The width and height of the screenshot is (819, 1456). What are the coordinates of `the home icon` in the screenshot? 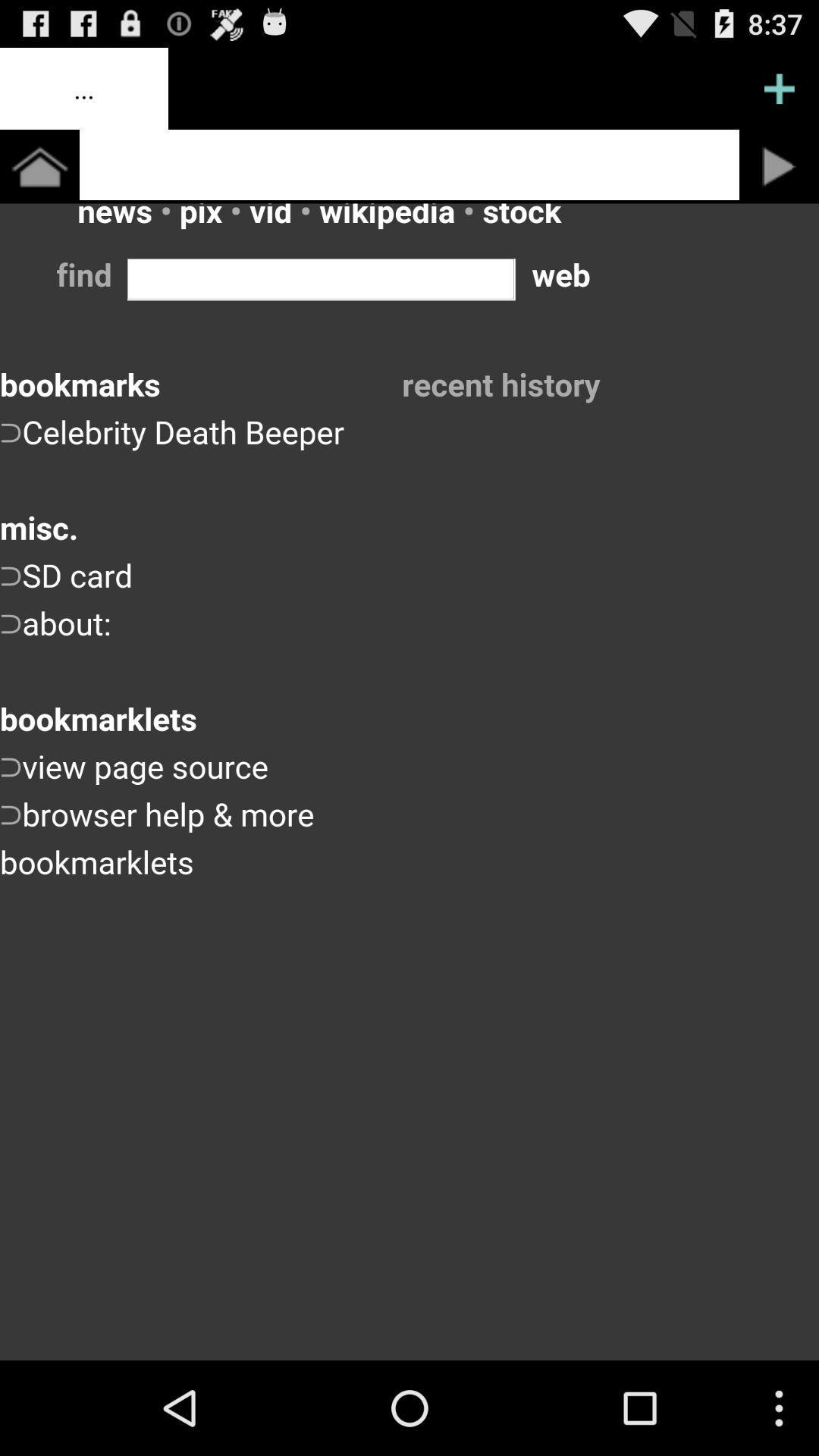 It's located at (39, 178).